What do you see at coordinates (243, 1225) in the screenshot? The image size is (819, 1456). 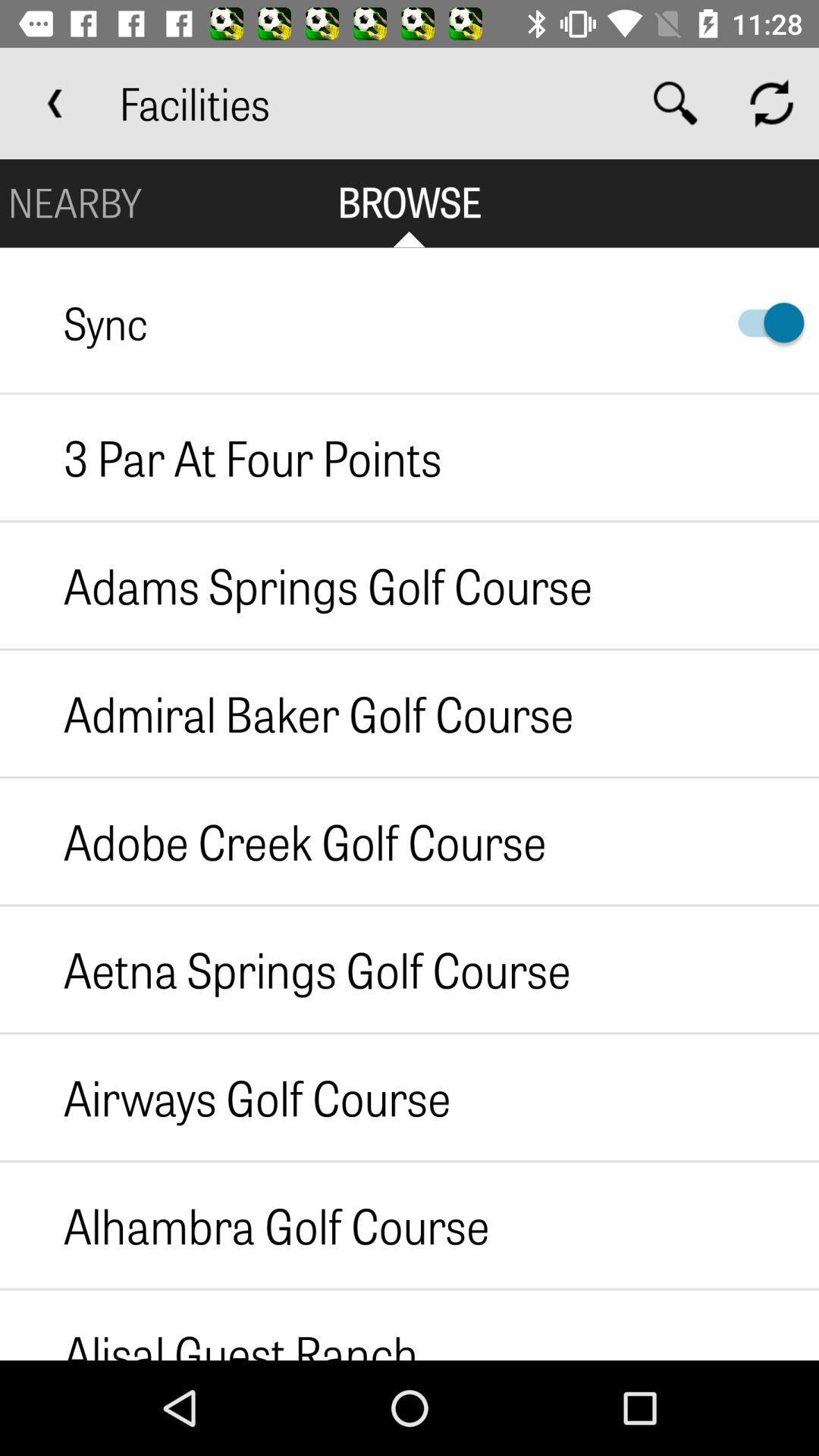 I see `item above the alisal guest ranch icon` at bounding box center [243, 1225].